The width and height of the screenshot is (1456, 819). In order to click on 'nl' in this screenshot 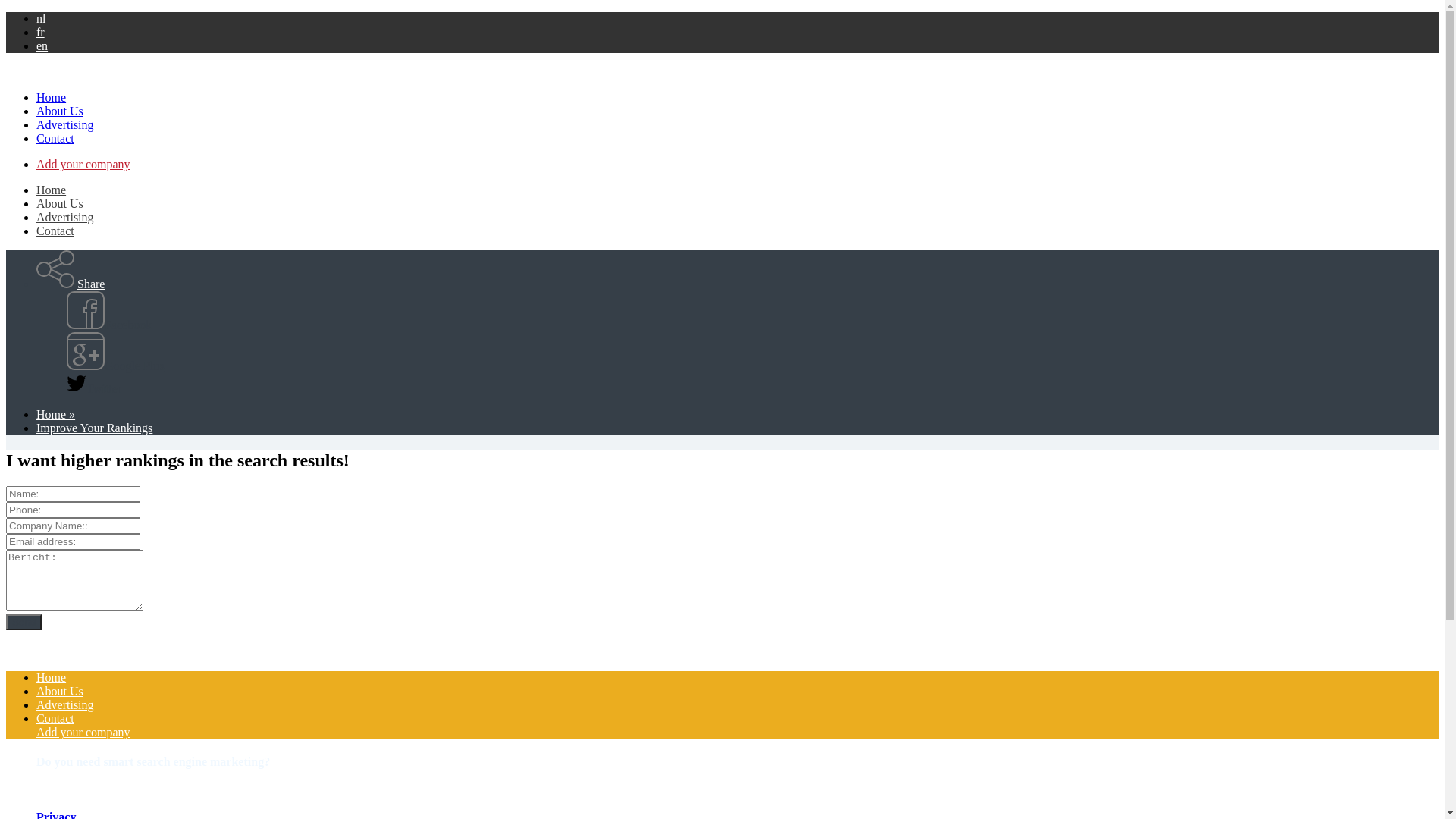, I will do `click(40, 18)`.